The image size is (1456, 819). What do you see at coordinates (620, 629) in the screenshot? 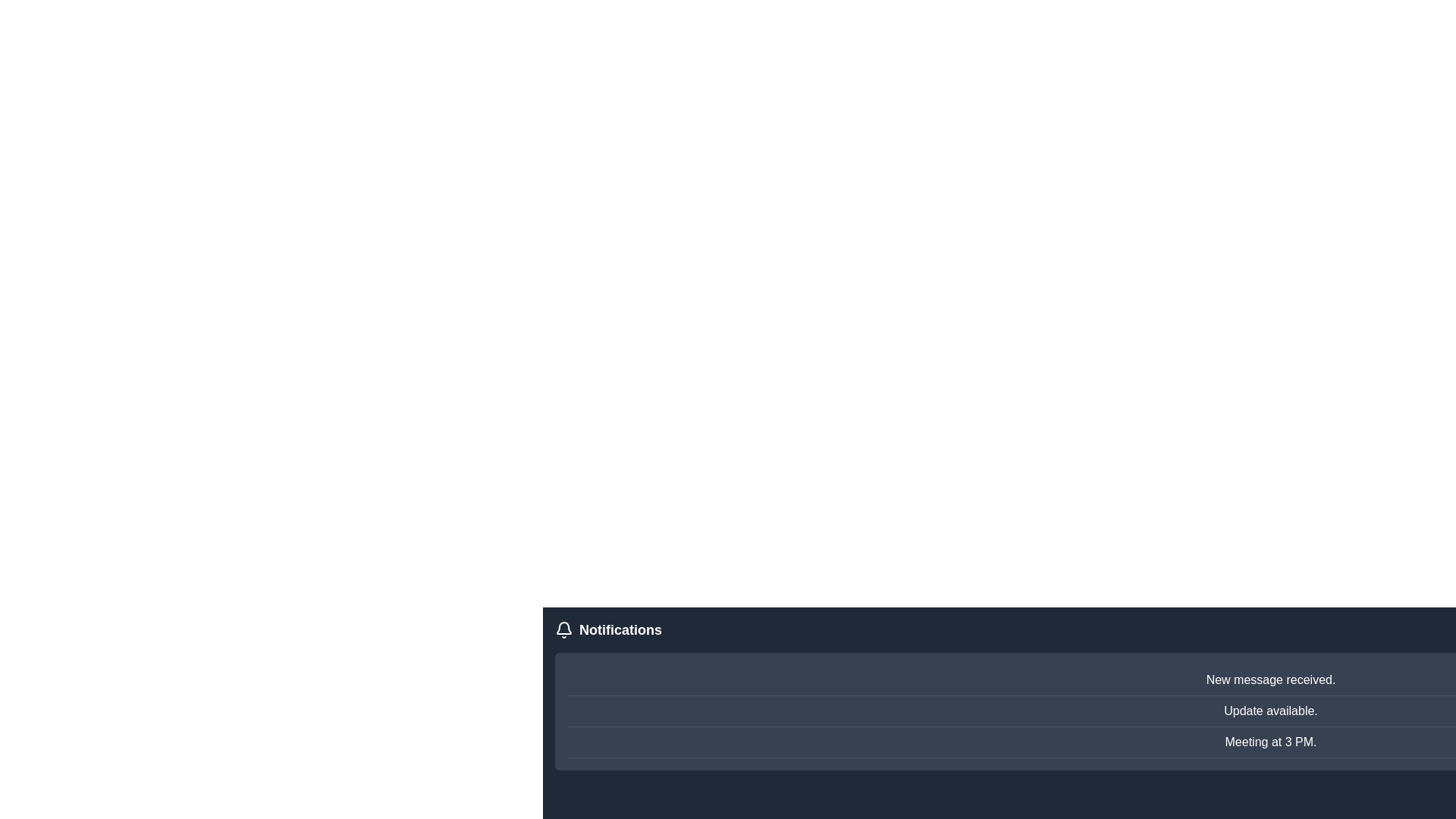
I see `the bold 'Notifications' text label in the notification panel` at bounding box center [620, 629].